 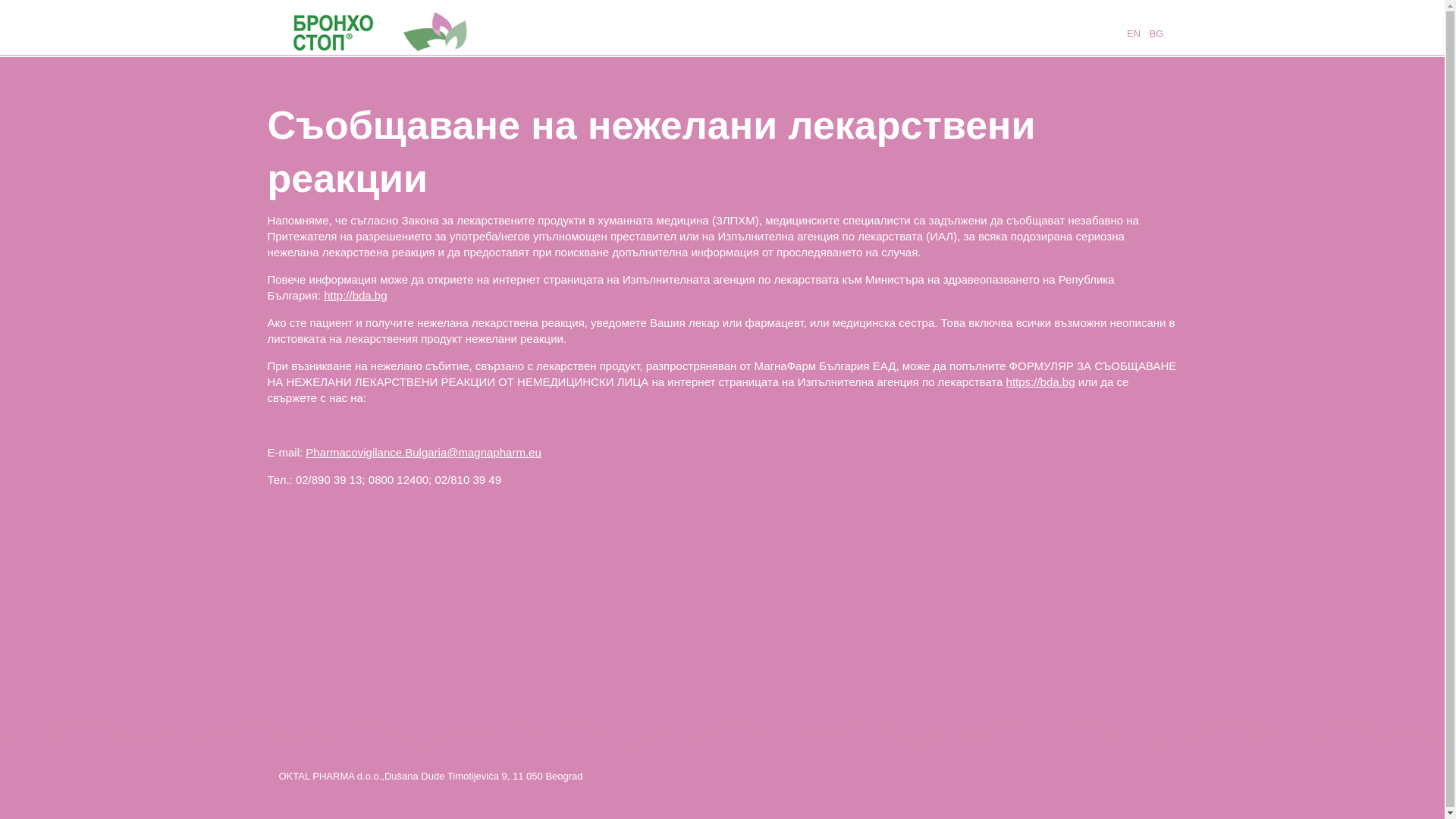 I want to click on 'BG', so click(x=1147, y=33).